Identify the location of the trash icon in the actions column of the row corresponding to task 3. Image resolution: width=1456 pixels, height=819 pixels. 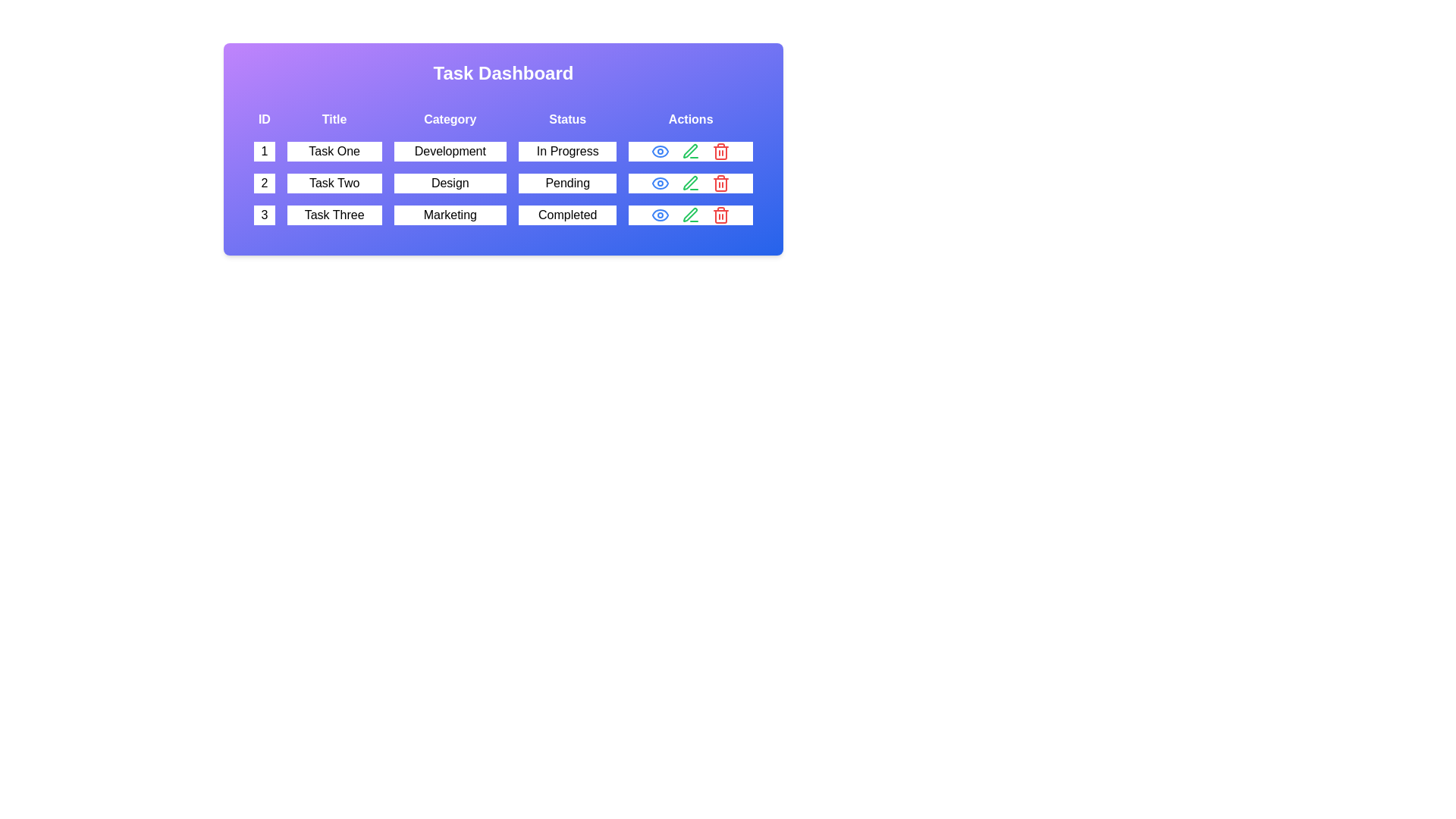
(720, 215).